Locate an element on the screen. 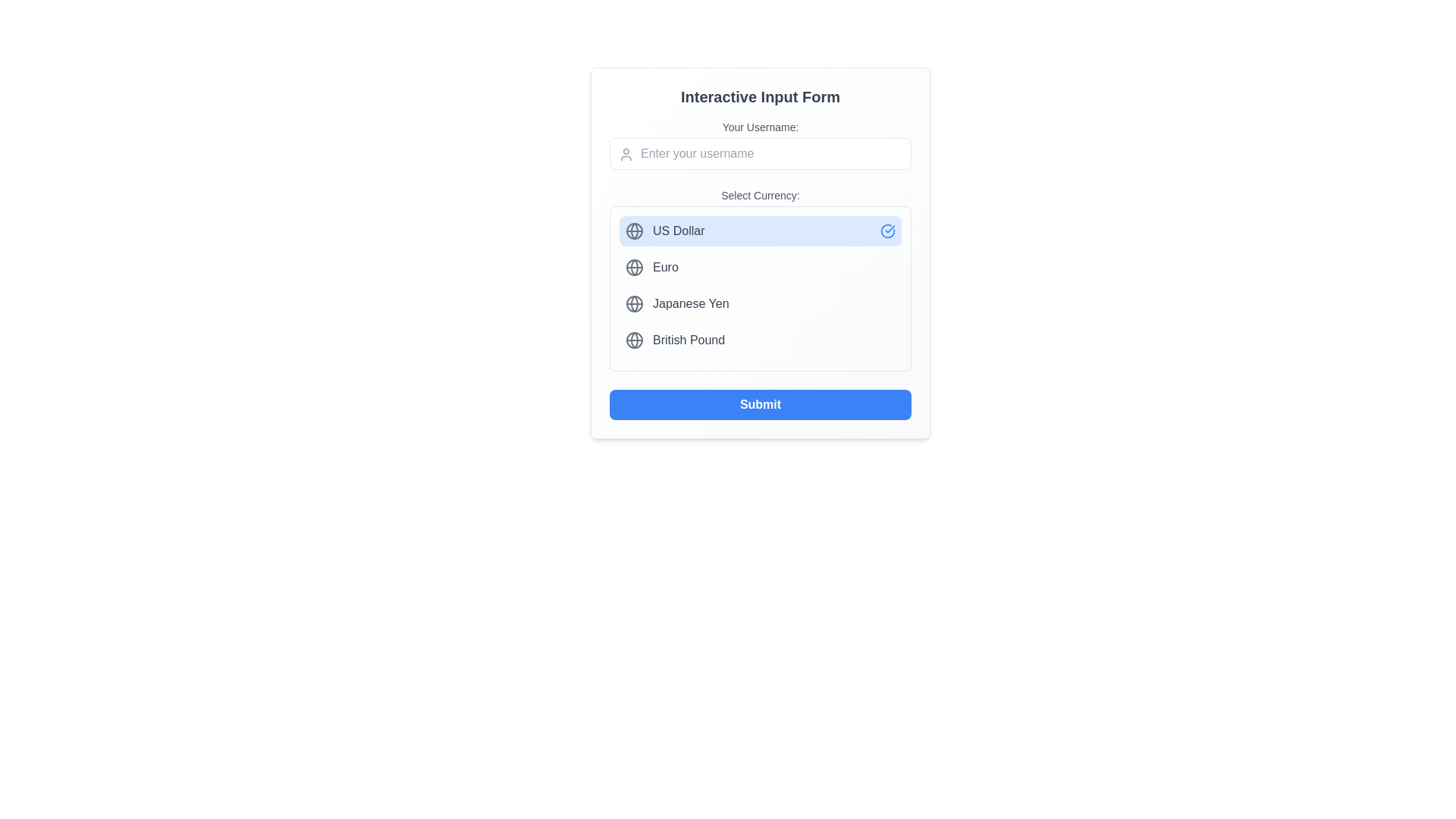 The height and width of the screenshot is (819, 1456). the selectable list item labeled 'British Pound' is located at coordinates (761, 339).